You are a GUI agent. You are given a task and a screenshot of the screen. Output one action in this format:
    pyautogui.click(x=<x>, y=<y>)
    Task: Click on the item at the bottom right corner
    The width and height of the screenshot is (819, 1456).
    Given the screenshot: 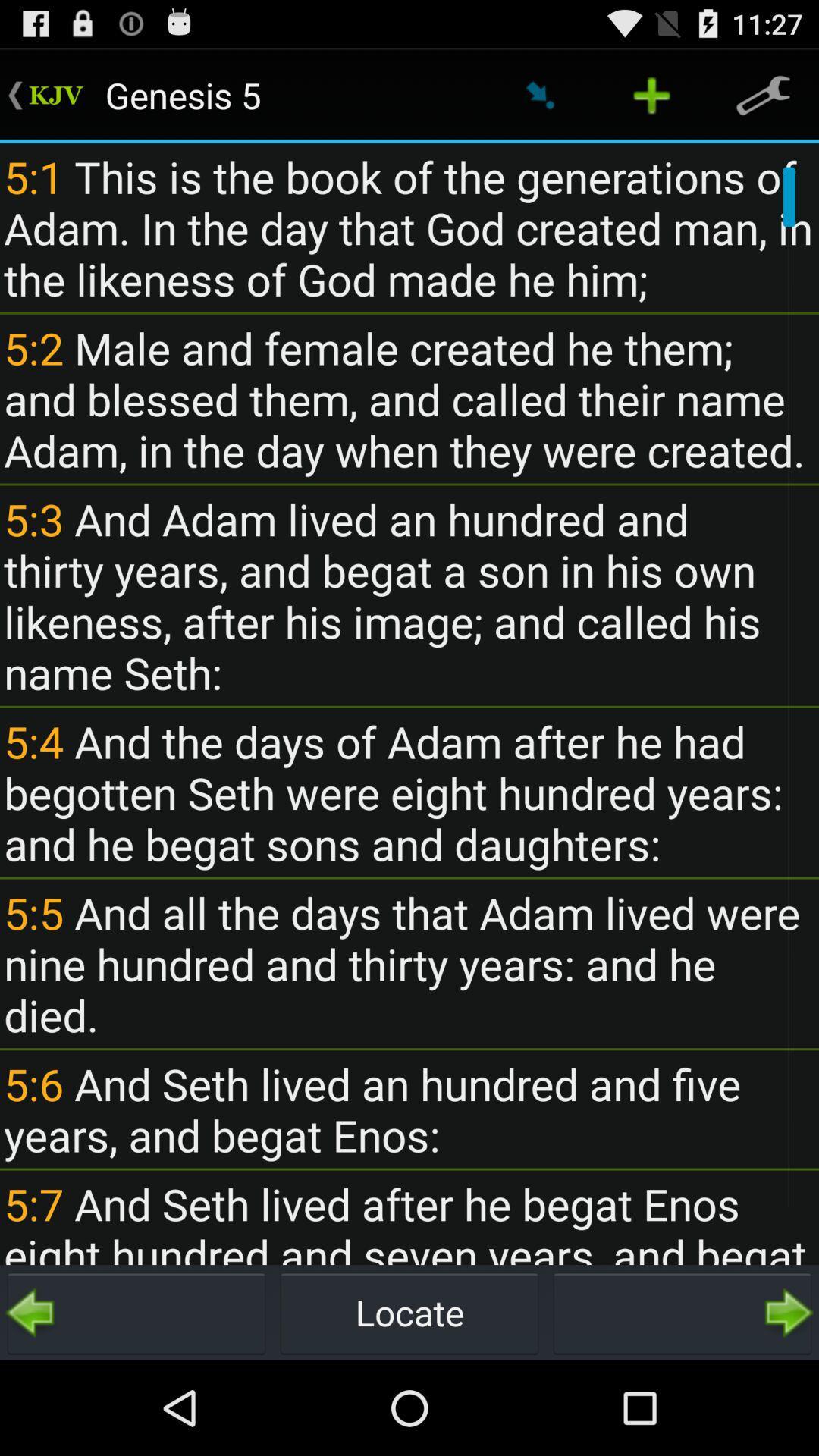 What is the action you would take?
    pyautogui.click(x=681, y=1312)
    